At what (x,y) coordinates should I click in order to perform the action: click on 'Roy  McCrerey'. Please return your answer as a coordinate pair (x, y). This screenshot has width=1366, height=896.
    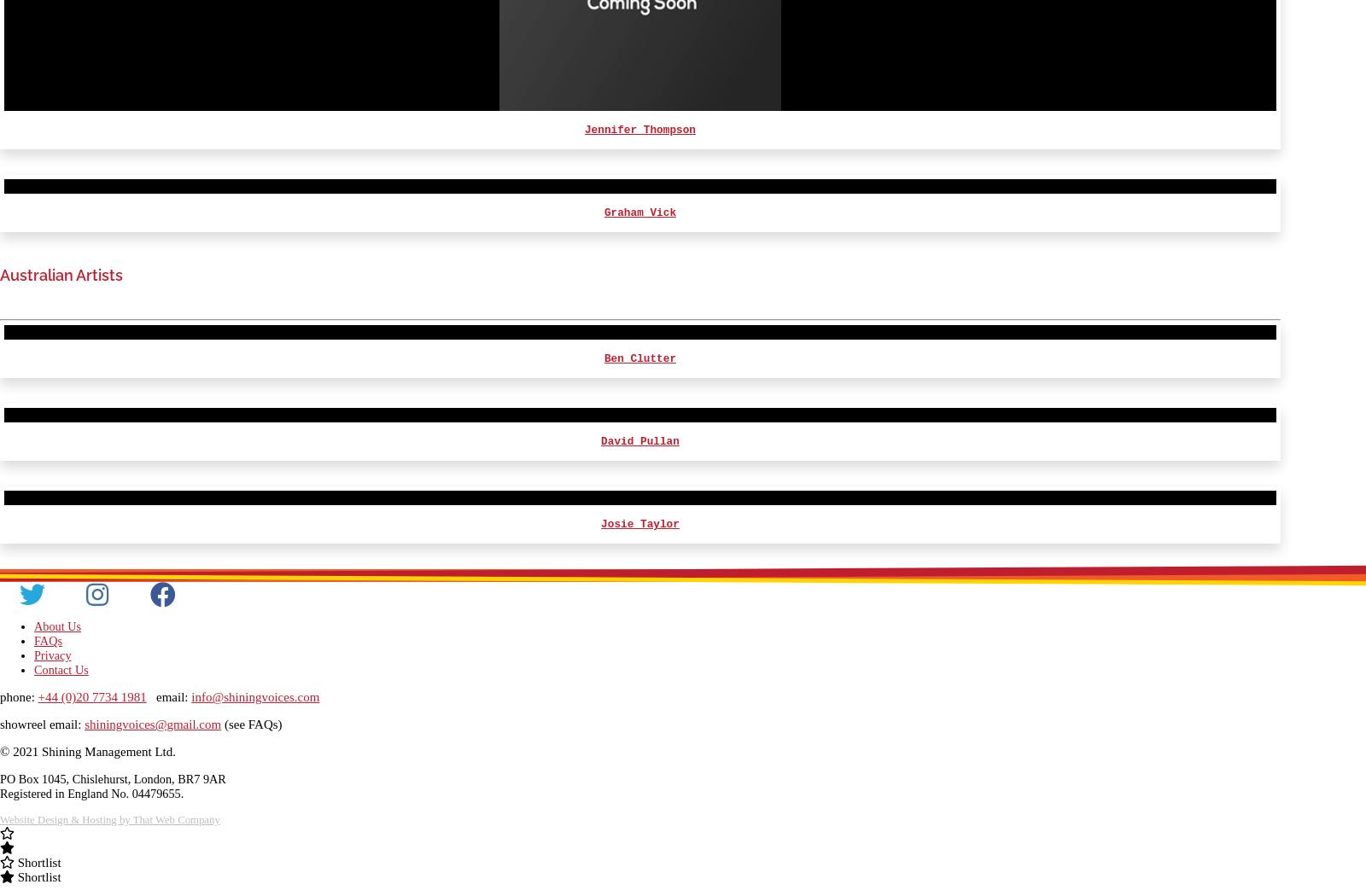
    Looking at the image, I should click on (639, 86).